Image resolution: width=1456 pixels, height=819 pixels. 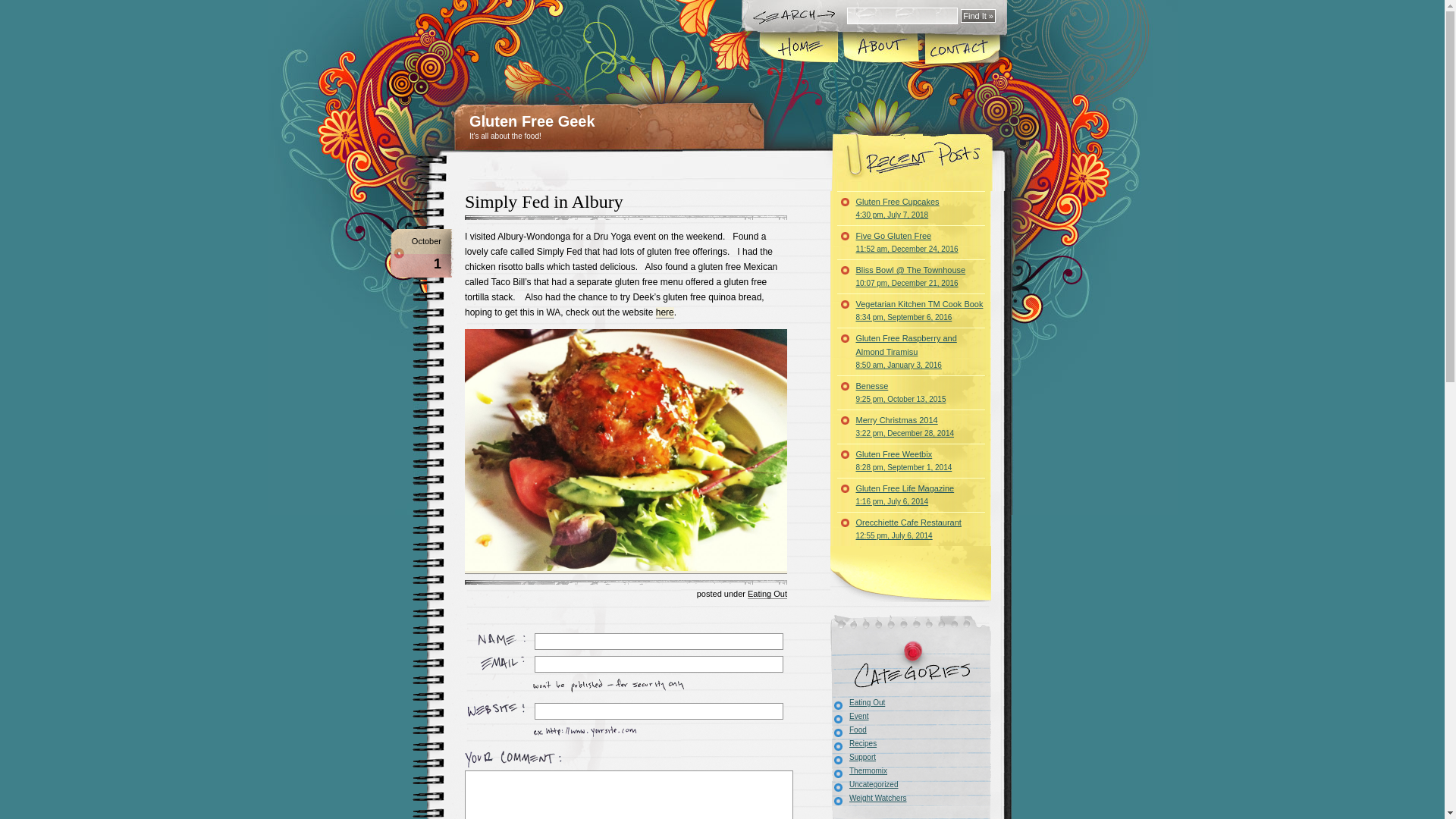 I want to click on 'Bliss Bowl @ The Townhouse, so click(x=910, y=276).